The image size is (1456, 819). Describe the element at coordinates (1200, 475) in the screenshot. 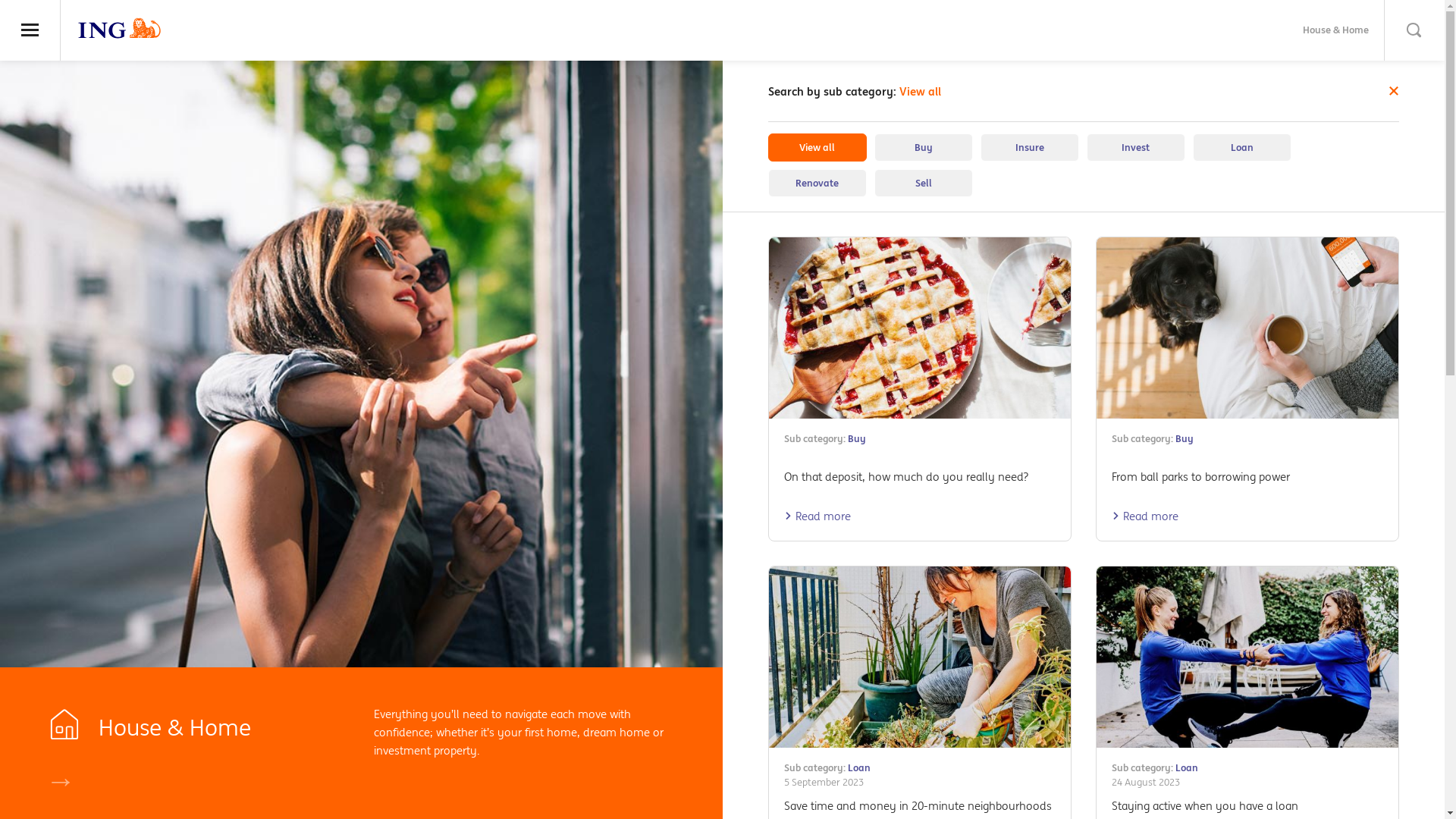

I see `'From ball parks to borrowing power'` at that location.